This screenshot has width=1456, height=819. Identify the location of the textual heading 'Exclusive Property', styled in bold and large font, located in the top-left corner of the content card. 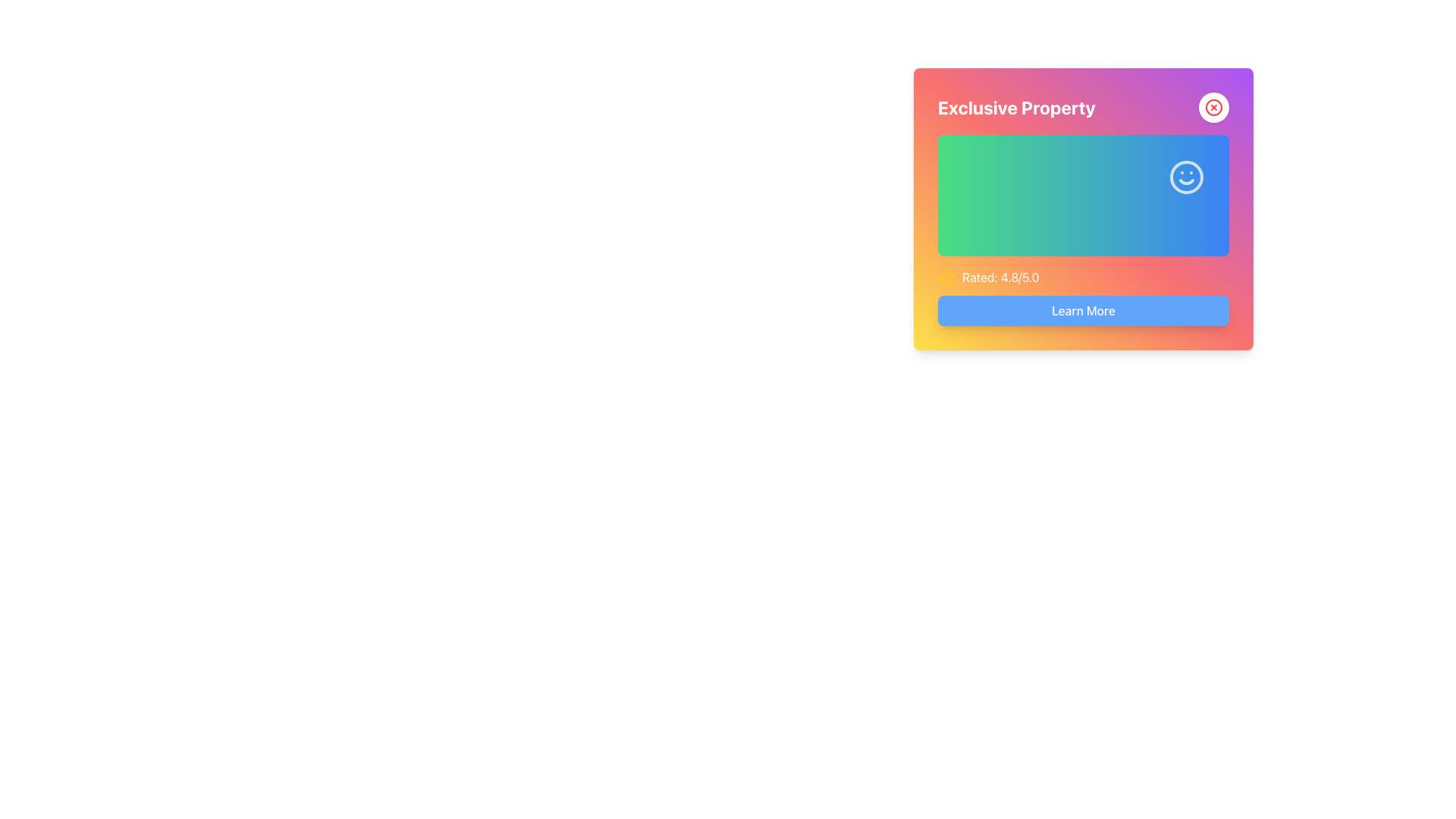
(1016, 107).